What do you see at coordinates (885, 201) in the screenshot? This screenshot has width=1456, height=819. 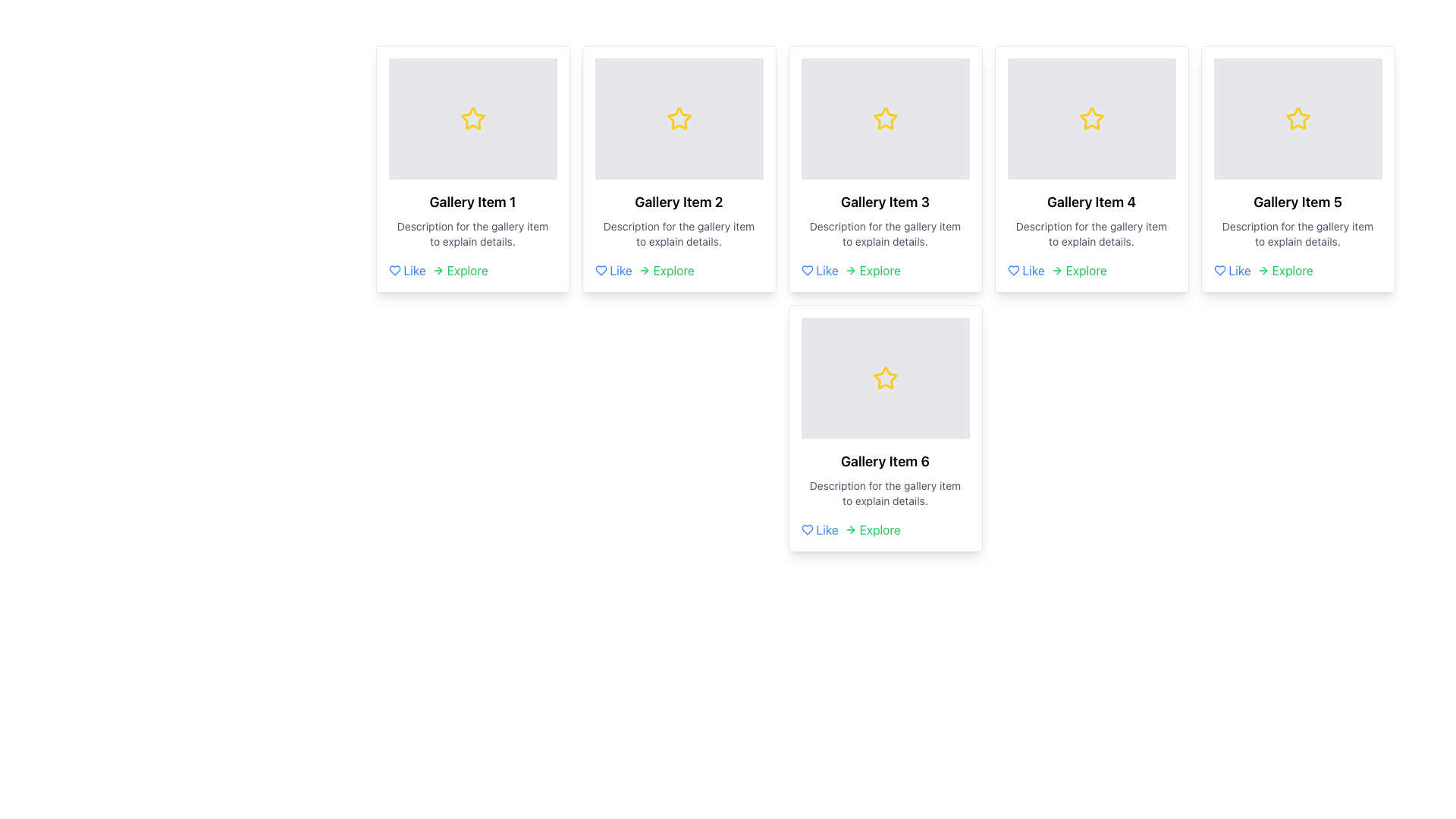 I see `the title label located in the middle card of the top row, positioned below the image placeholder` at bounding box center [885, 201].